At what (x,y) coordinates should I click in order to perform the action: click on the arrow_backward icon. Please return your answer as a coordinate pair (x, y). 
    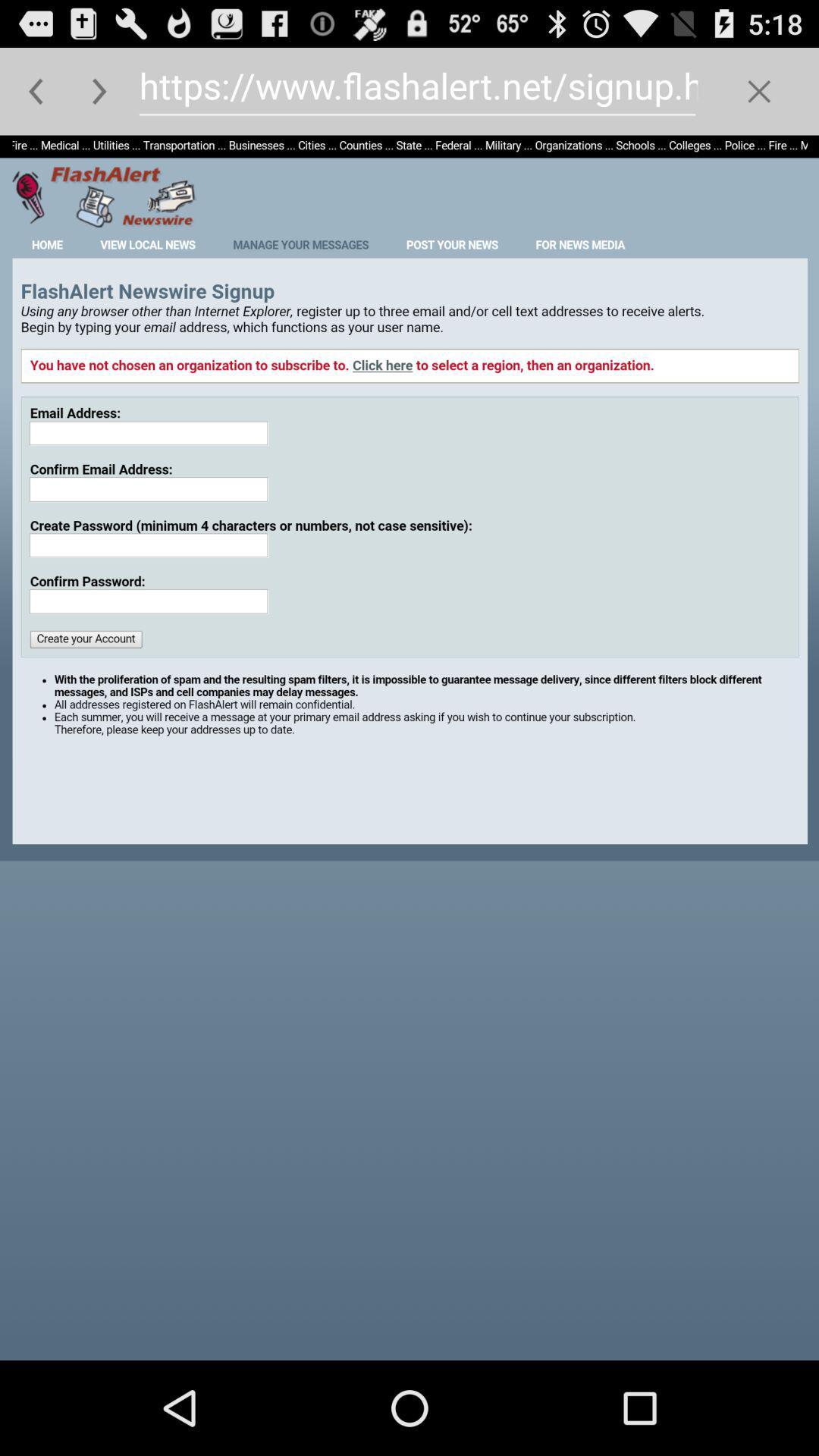
    Looking at the image, I should click on (35, 97).